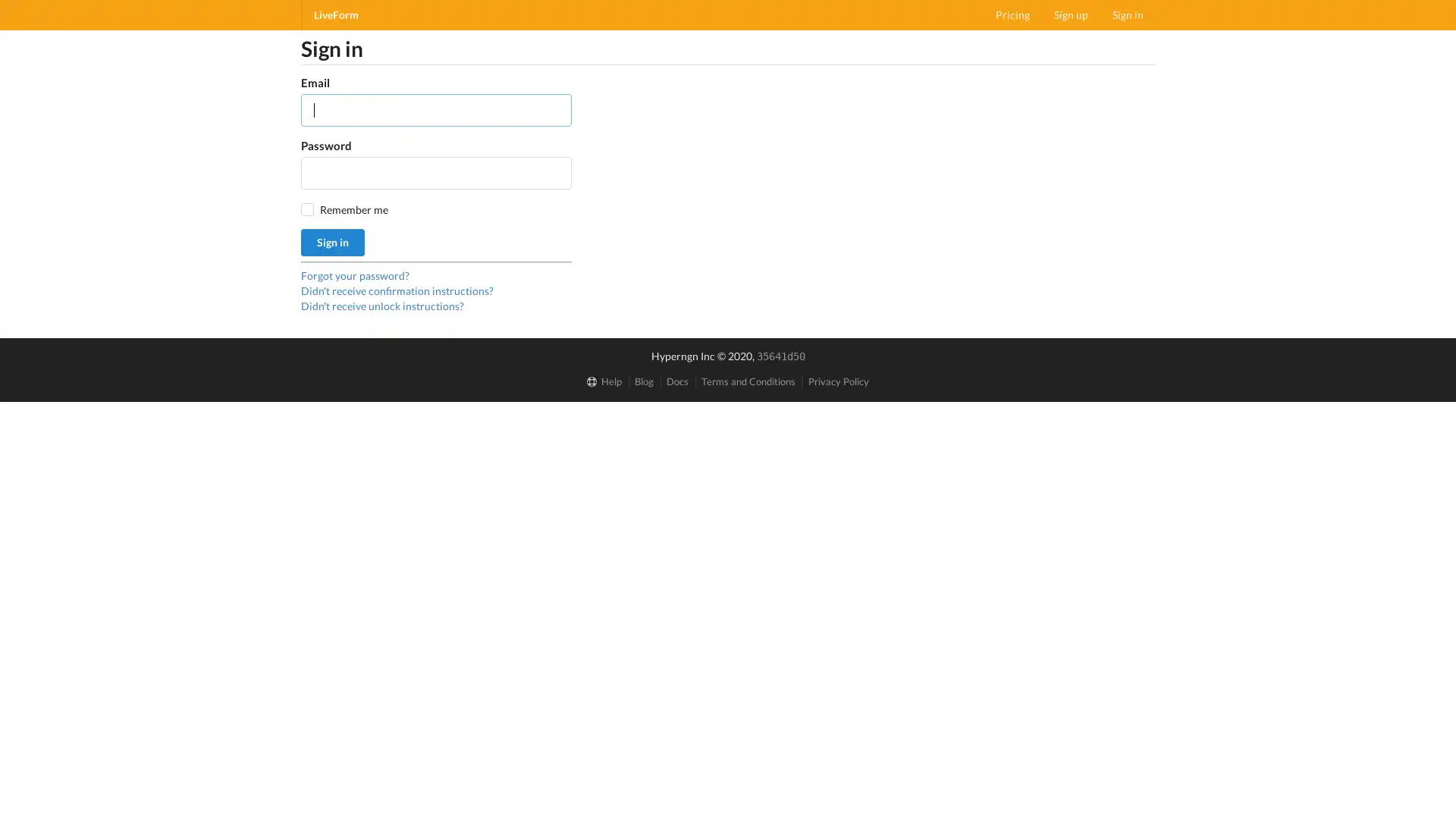 This screenshot has height=819, width=1456. Describe the element at coordinates (331, 242) in the screenshot. I see `Sign in` at that location.